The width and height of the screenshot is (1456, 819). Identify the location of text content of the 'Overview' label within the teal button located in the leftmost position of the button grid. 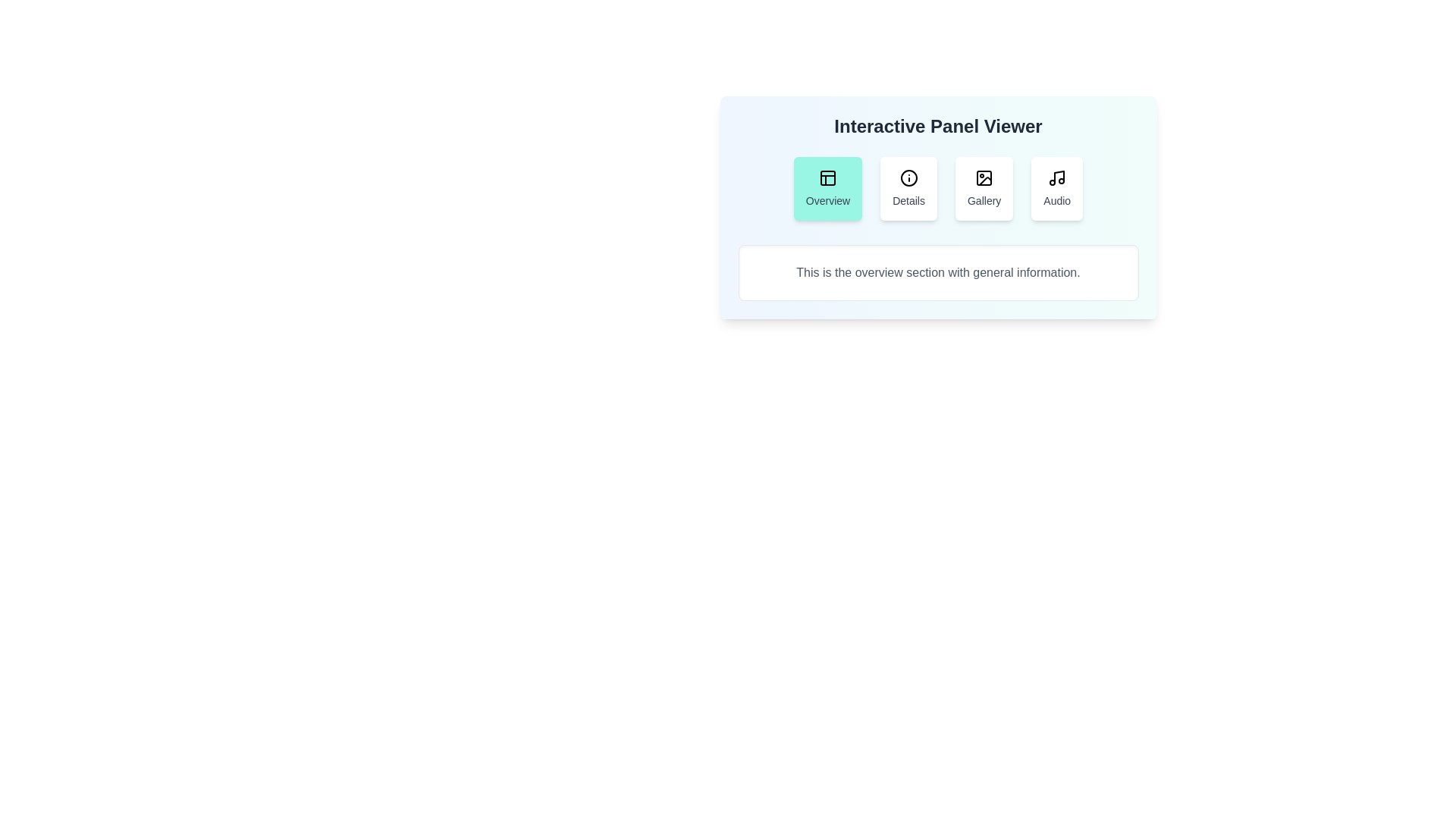
(827, 200).